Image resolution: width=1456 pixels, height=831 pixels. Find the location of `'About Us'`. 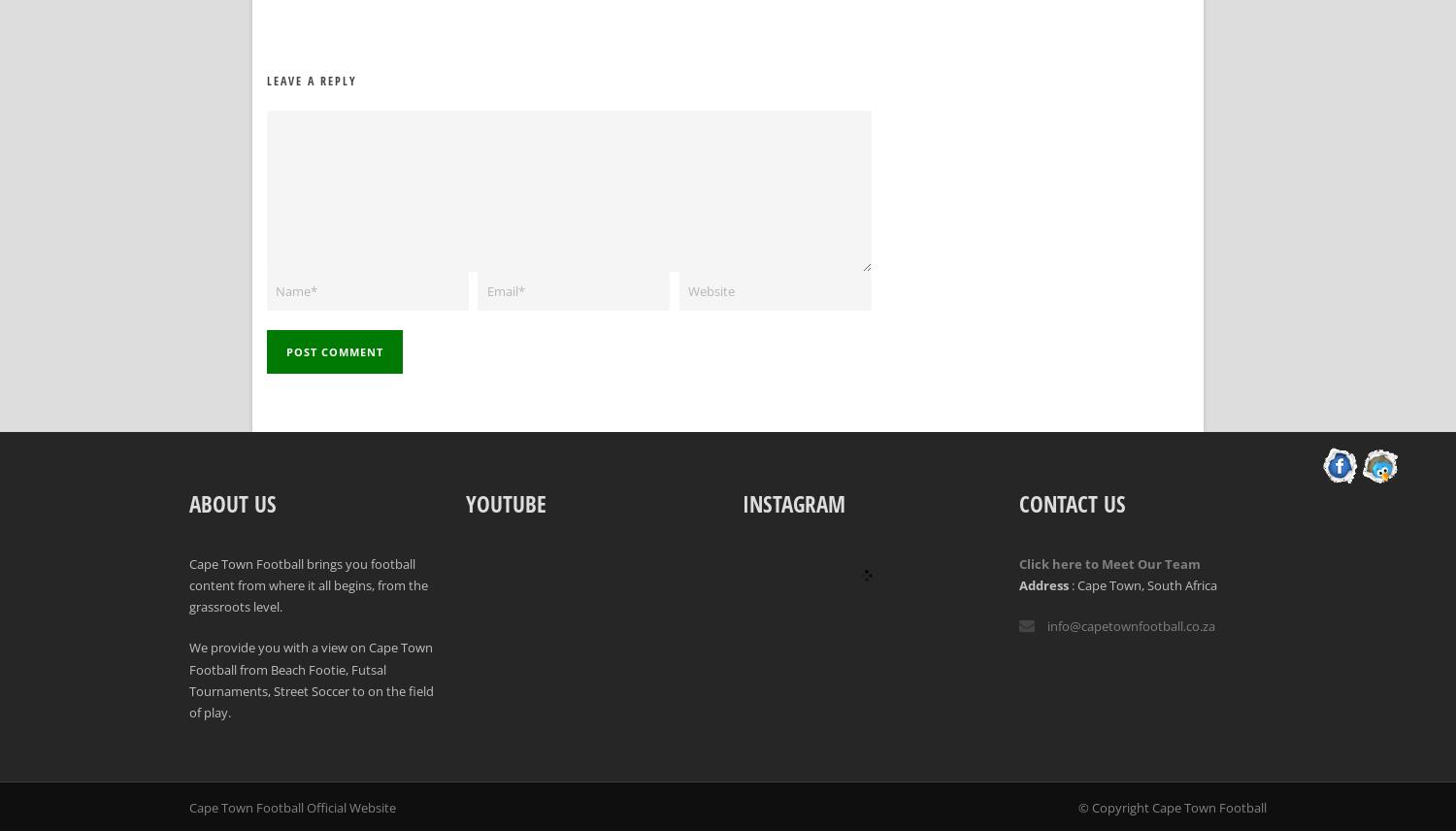

'About Us' is located at coordinates (232, 503).